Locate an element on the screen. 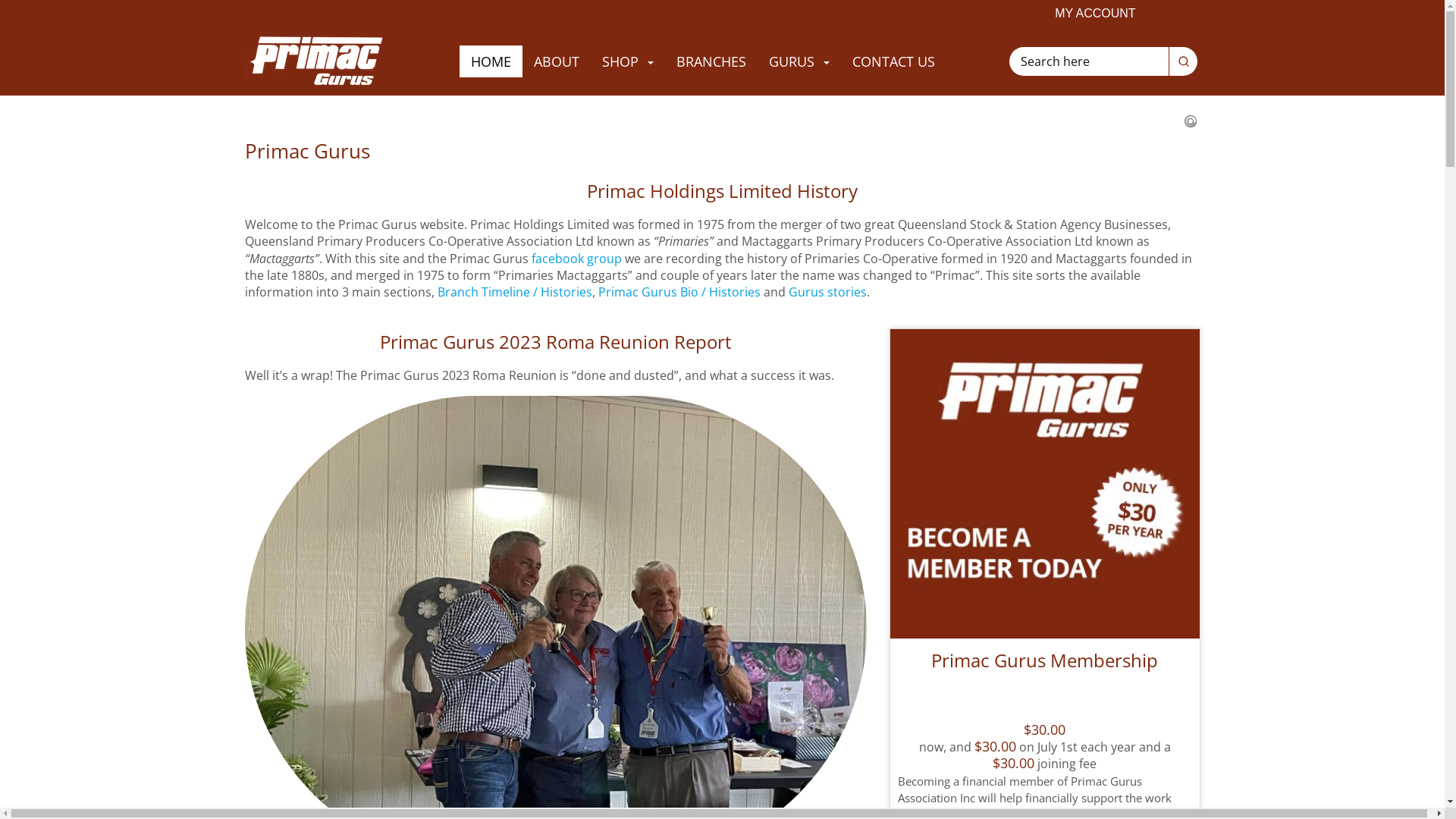 The image size is (1456, 819). 'Branch Timeline / Histories' is located at coordinates (513, 292).